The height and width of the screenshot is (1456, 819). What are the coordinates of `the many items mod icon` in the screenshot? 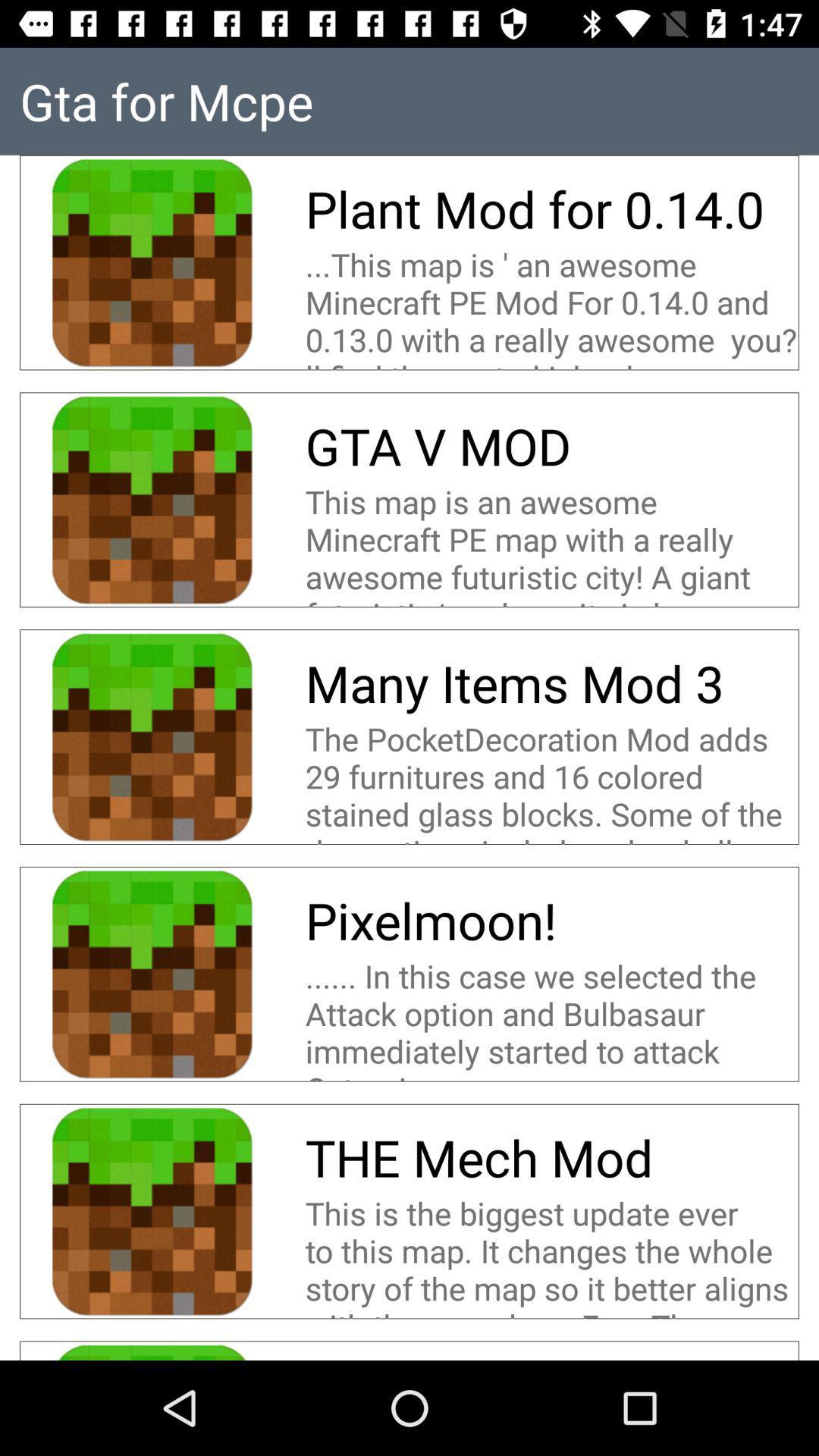 It's located at (519, 682).